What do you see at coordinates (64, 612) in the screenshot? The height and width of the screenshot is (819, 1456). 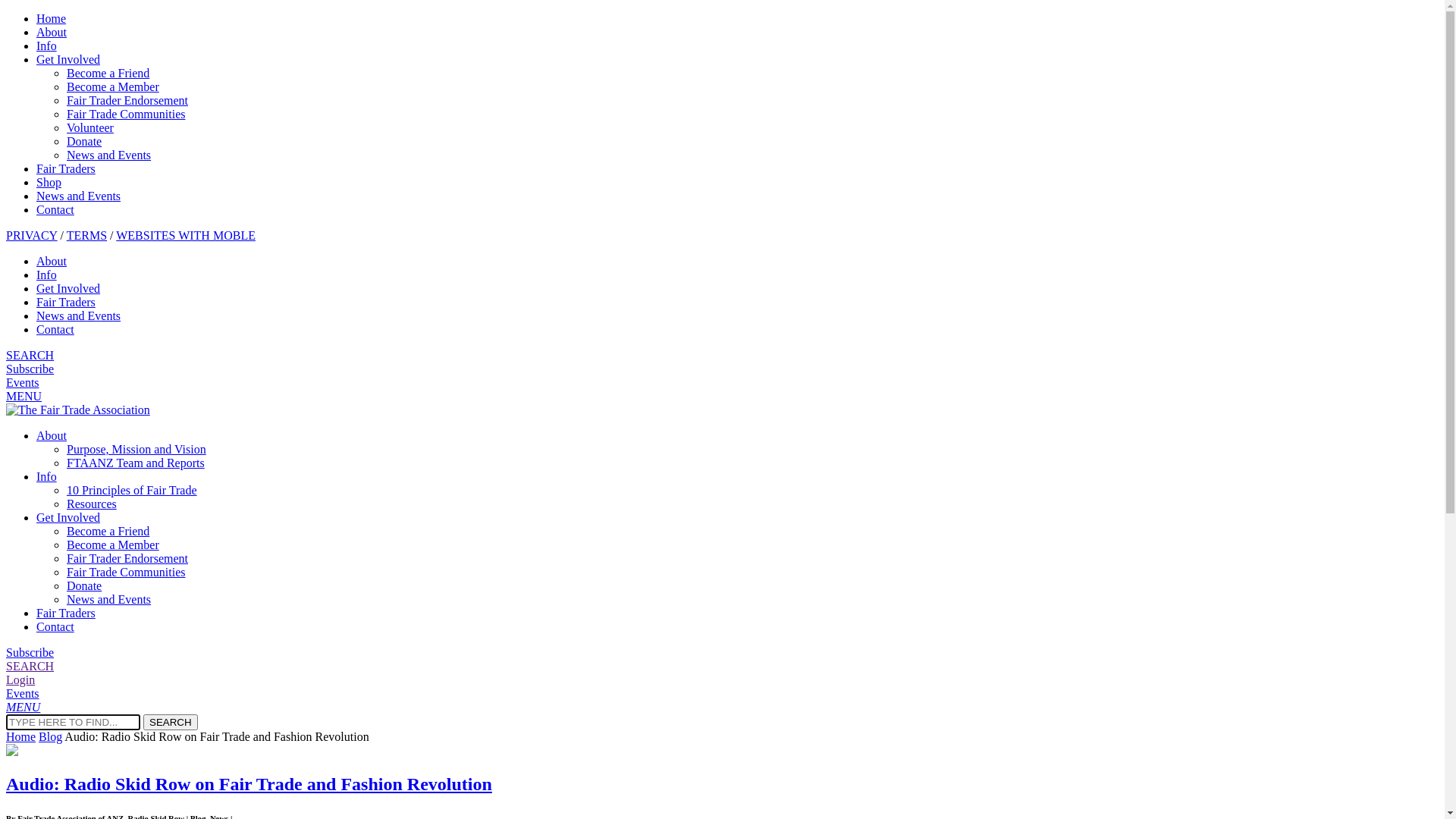 I see `'Fair Traders'` at bounding box center [64, 612].